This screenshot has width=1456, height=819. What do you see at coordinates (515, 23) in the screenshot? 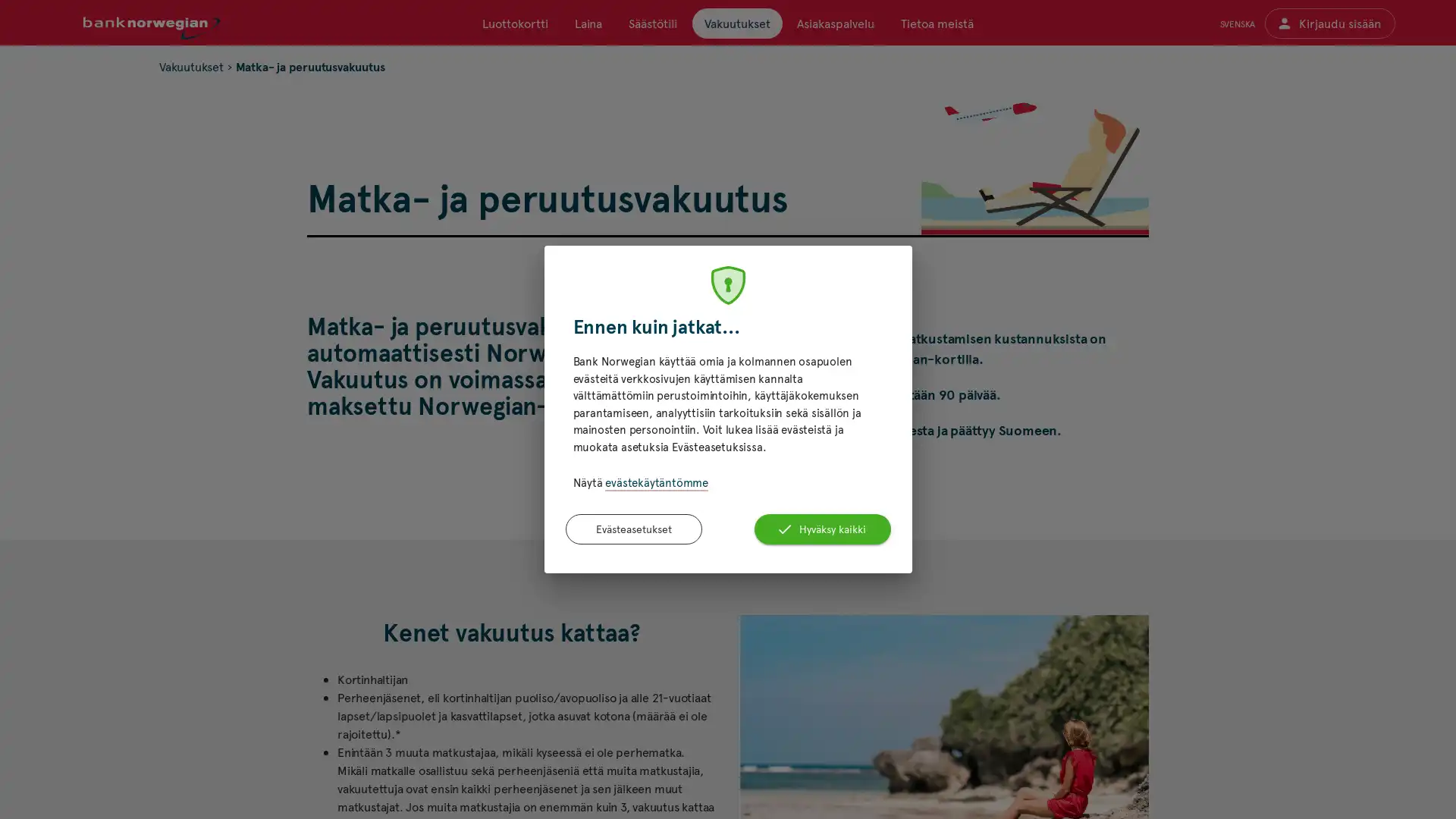
I see `Luottokortti` at bounding box center [515, 23].